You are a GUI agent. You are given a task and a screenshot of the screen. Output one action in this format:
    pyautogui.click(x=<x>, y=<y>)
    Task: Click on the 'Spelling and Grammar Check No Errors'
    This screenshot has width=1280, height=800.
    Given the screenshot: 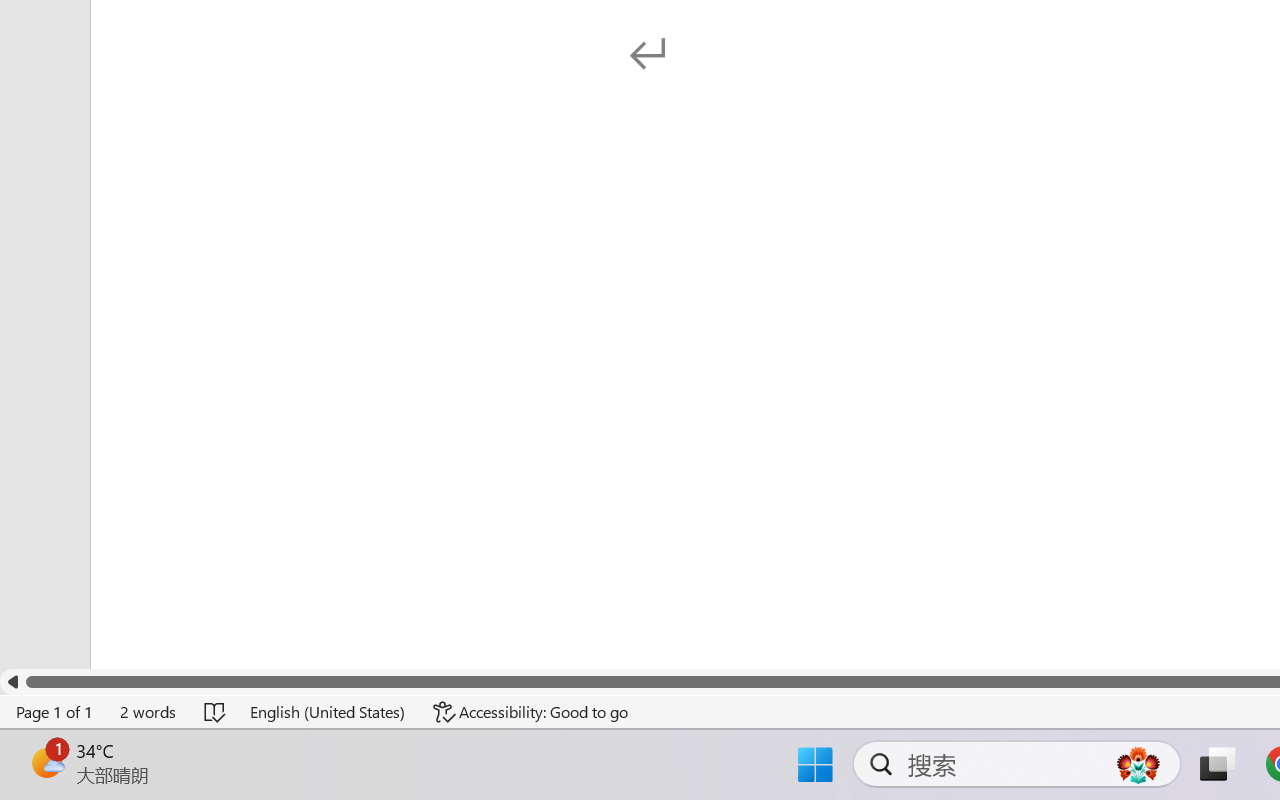 What is the action you would take?
    pyautogui.click(x=216, y=711)
    